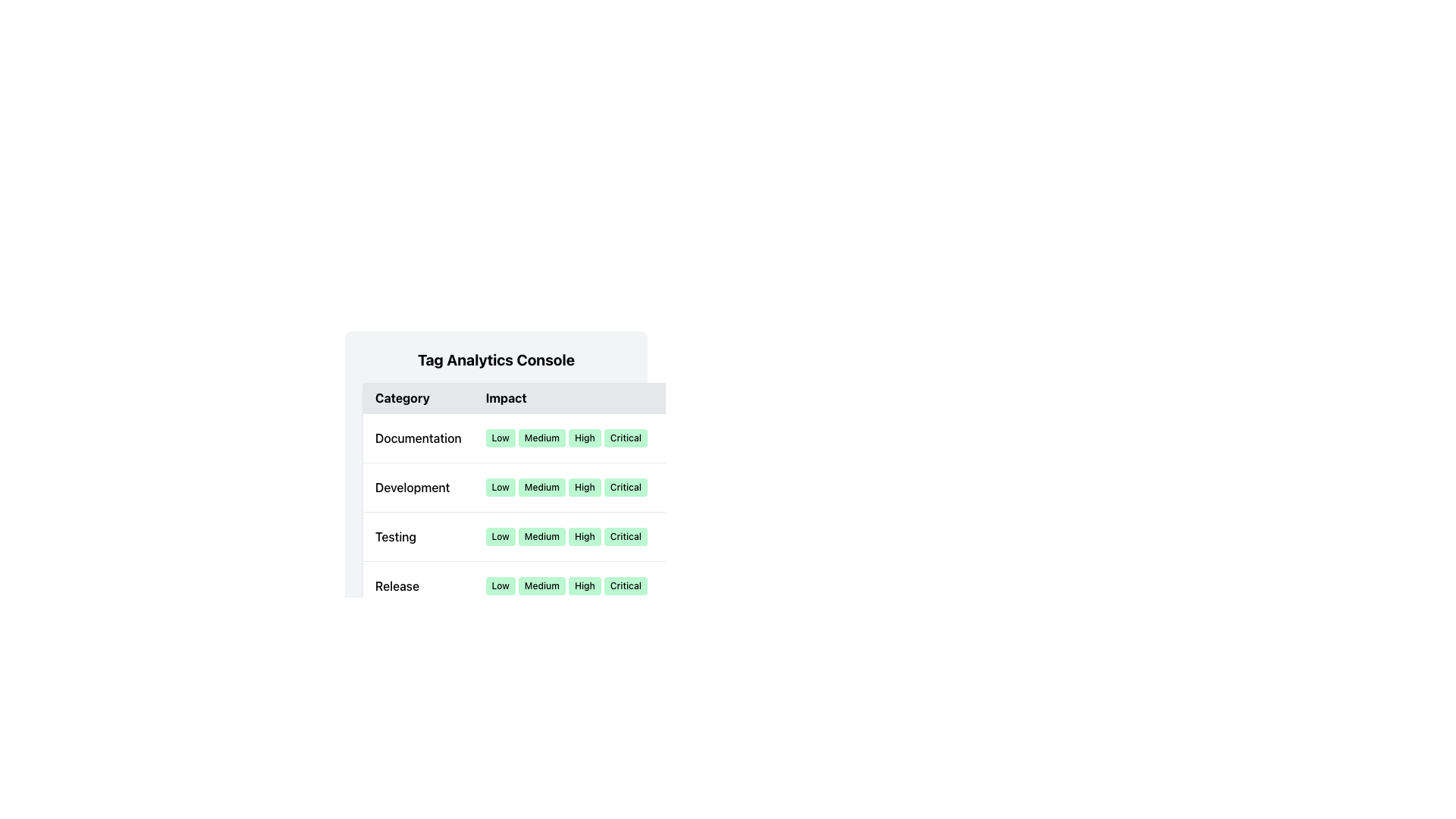 This screenshot has width=1456, height=819. I want to click on the 'Medium' button from the group of four selectable buttons with green backgrounds and black text located under the 'Development' category in the 'Impact' column, so click(566, 488).